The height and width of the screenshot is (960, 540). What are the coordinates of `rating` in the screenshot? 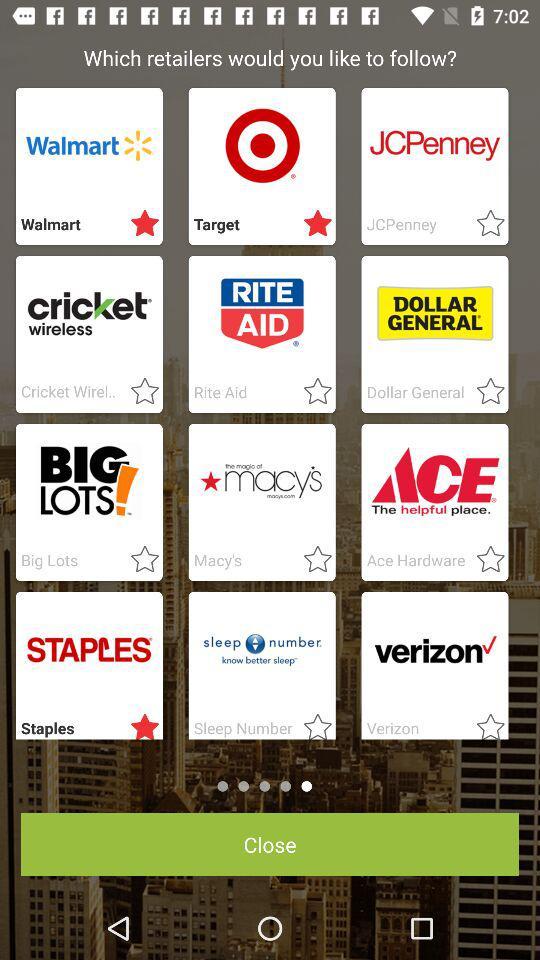 It's located at (312, 560).